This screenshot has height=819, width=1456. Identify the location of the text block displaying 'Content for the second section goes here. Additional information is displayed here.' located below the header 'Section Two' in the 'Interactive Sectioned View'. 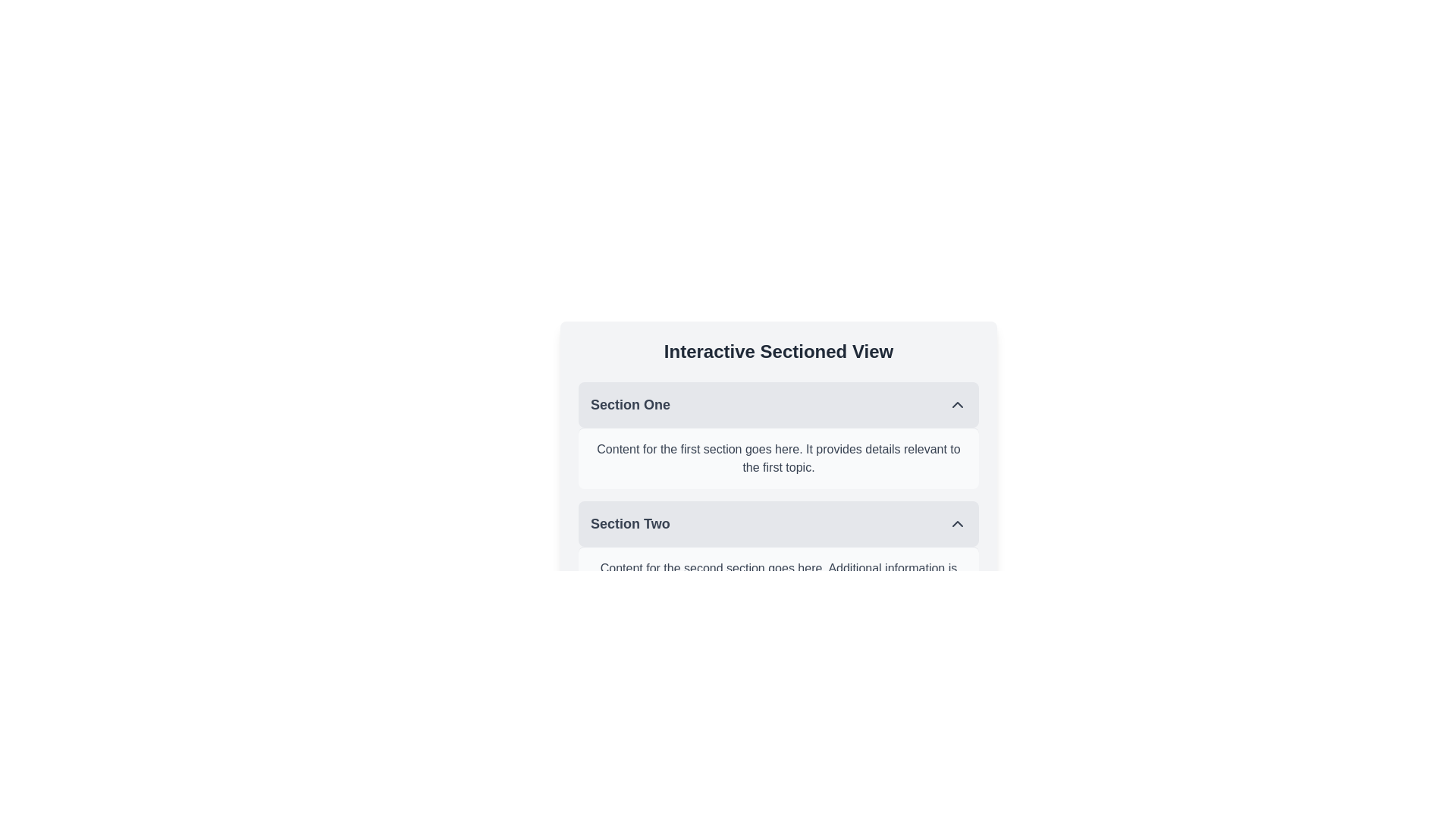
(779, 576).